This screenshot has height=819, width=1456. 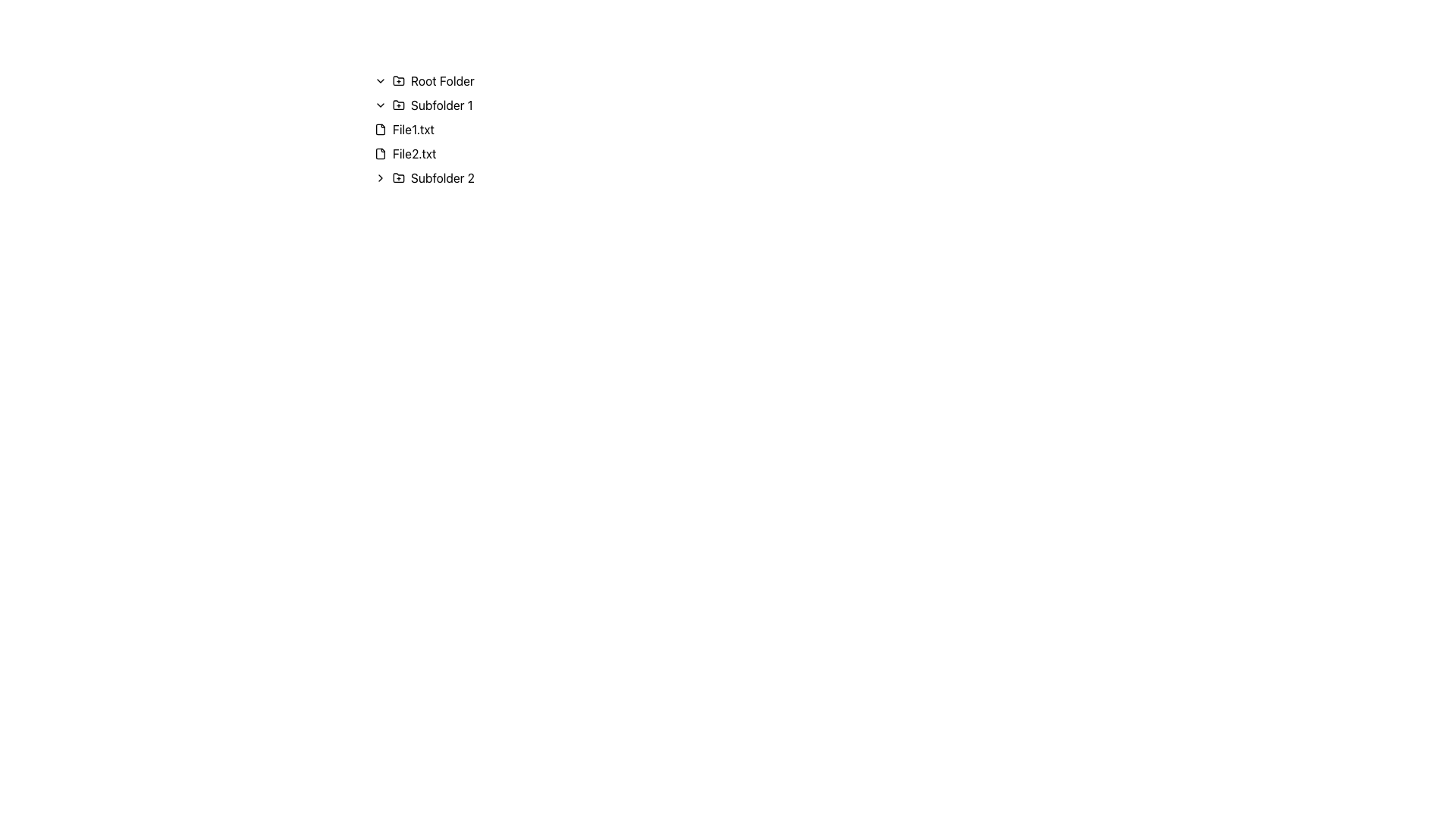 What do you see at coordinates (399, 80) in the screenshot?
I see `the 'add folder' icon located next to the 'Root Folder' label` at bounding box center [399, 80].